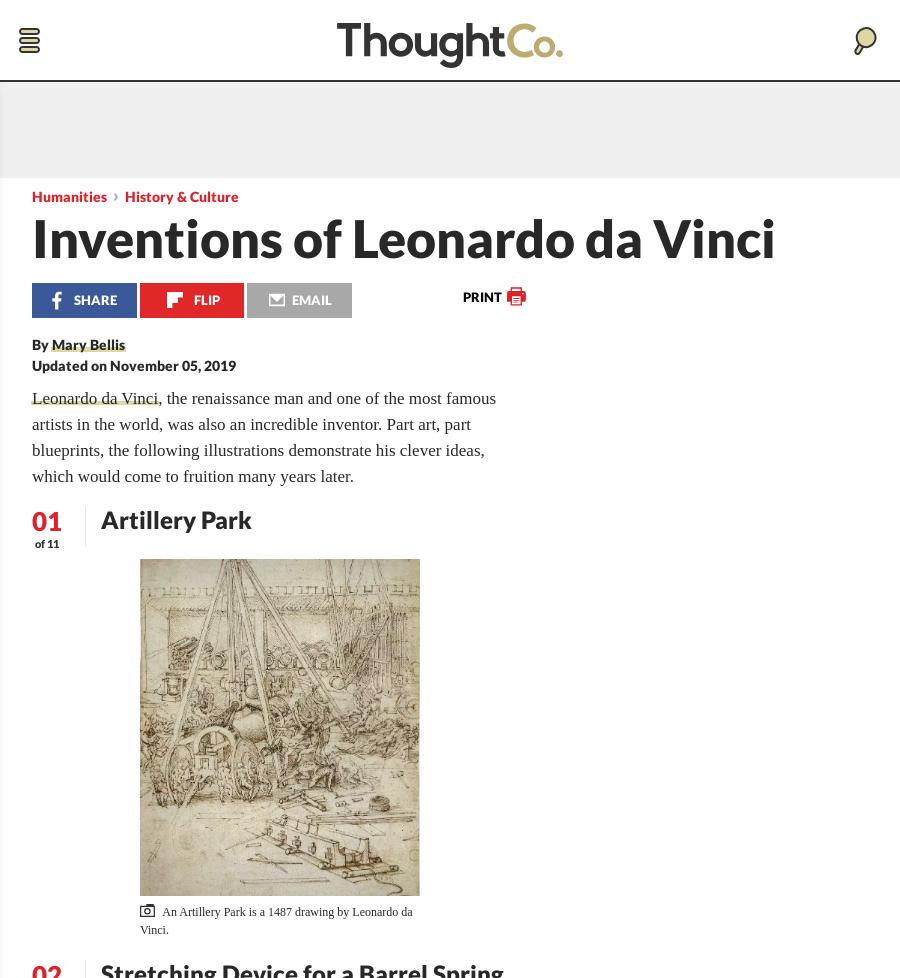 The image size is (900, 978). What do you see at coordinates (34, 543) in the screenshot?
I see `'of 11'` at bounding box center [34, 543].